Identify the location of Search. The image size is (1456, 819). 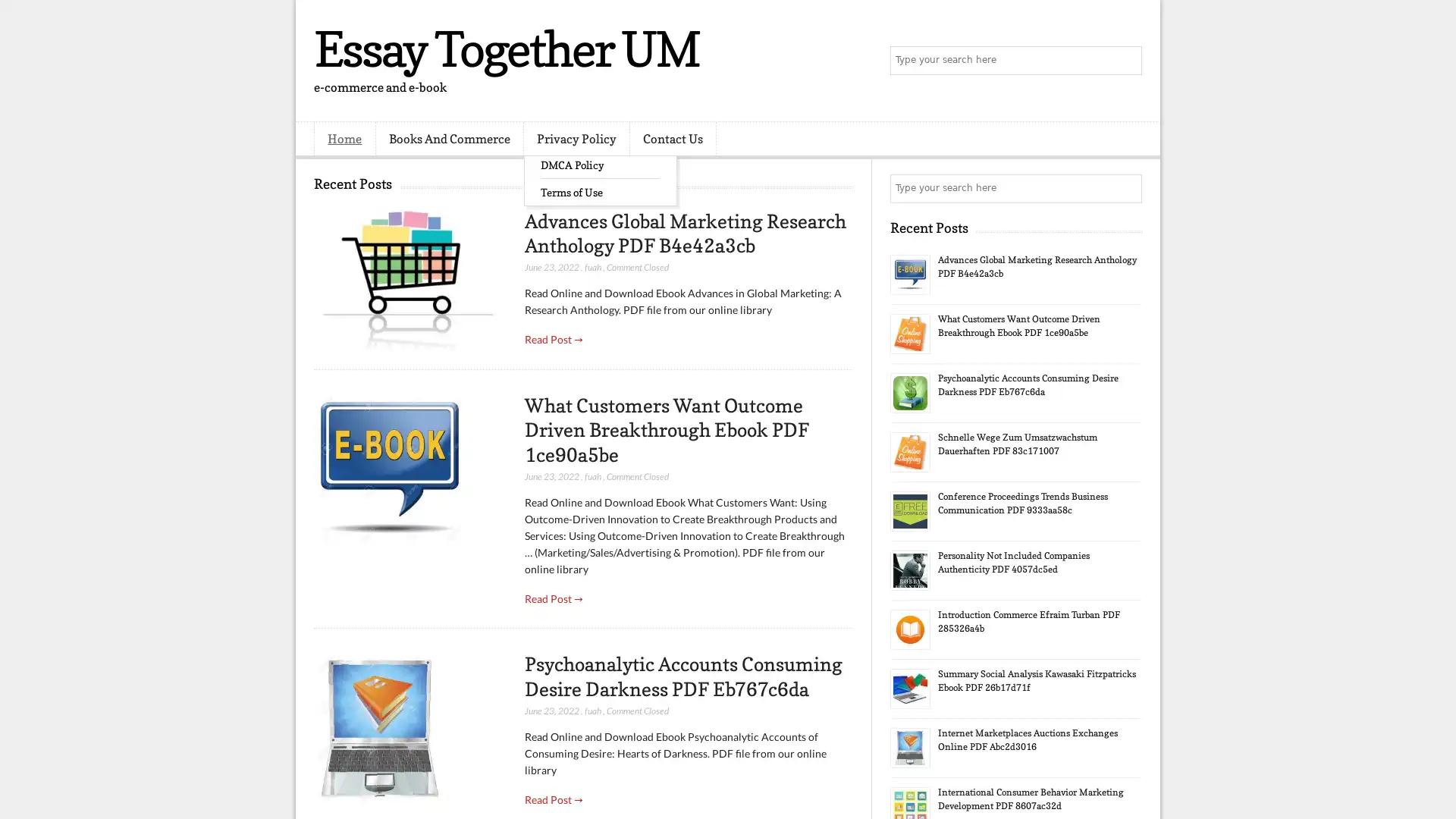
(1126, 61).